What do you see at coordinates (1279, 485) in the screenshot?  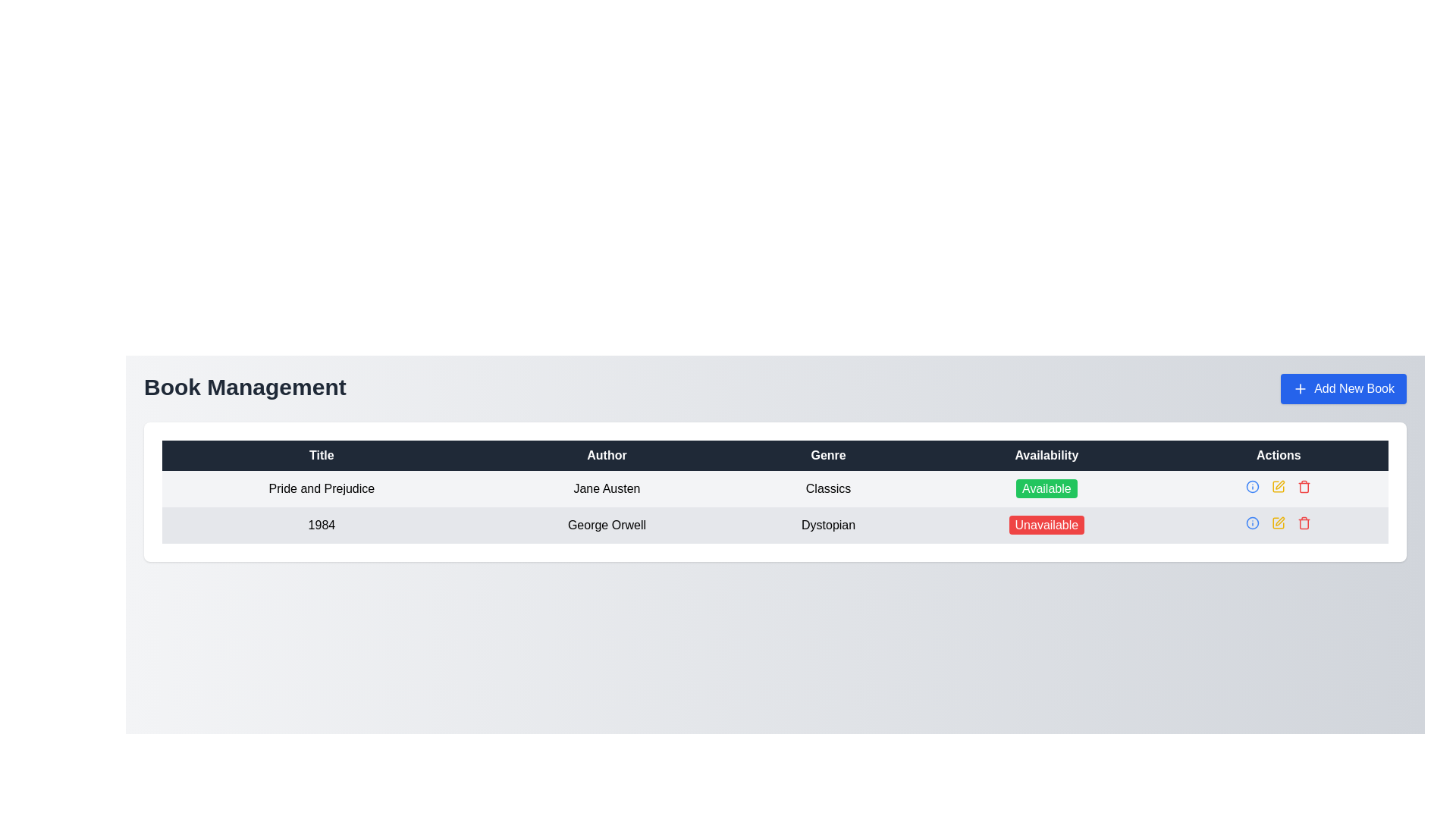 I see `the edit icon button resembling a pen located in the 'Actions' column of the second row of the table for the book '1984'` at bounding box center [1279, 485].